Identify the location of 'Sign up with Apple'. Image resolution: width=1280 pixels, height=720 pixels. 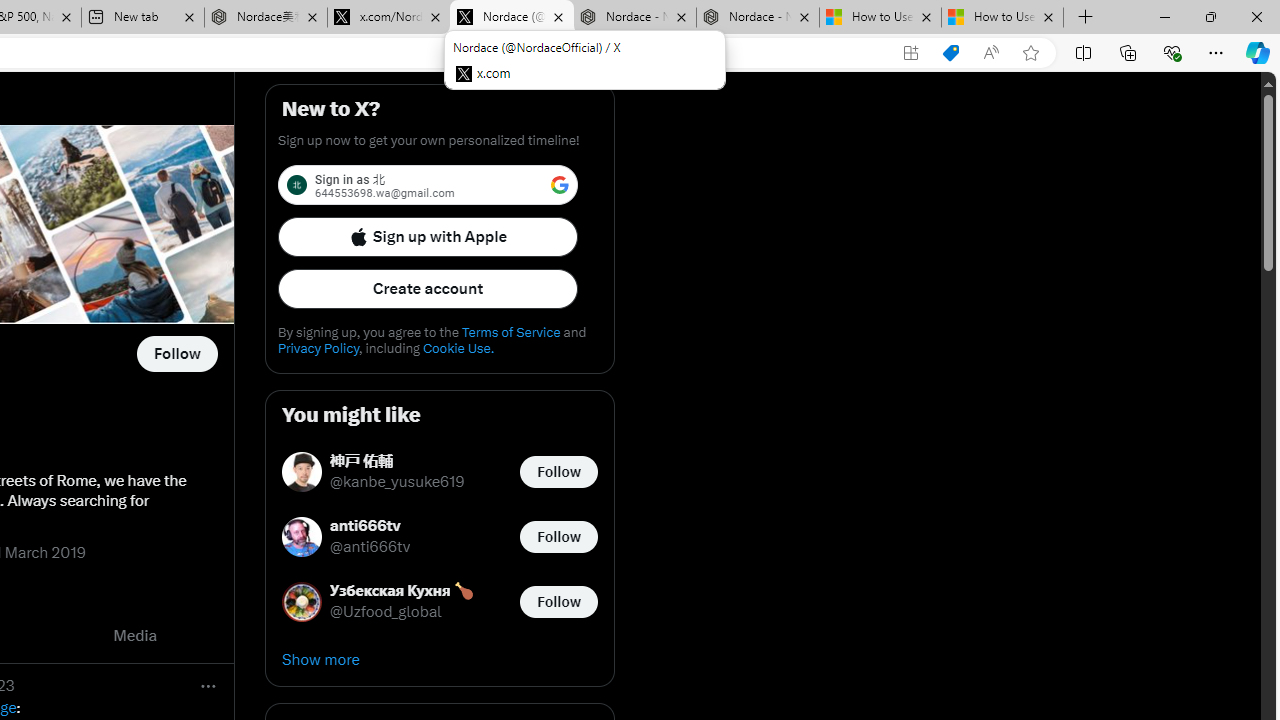
(427, 235).